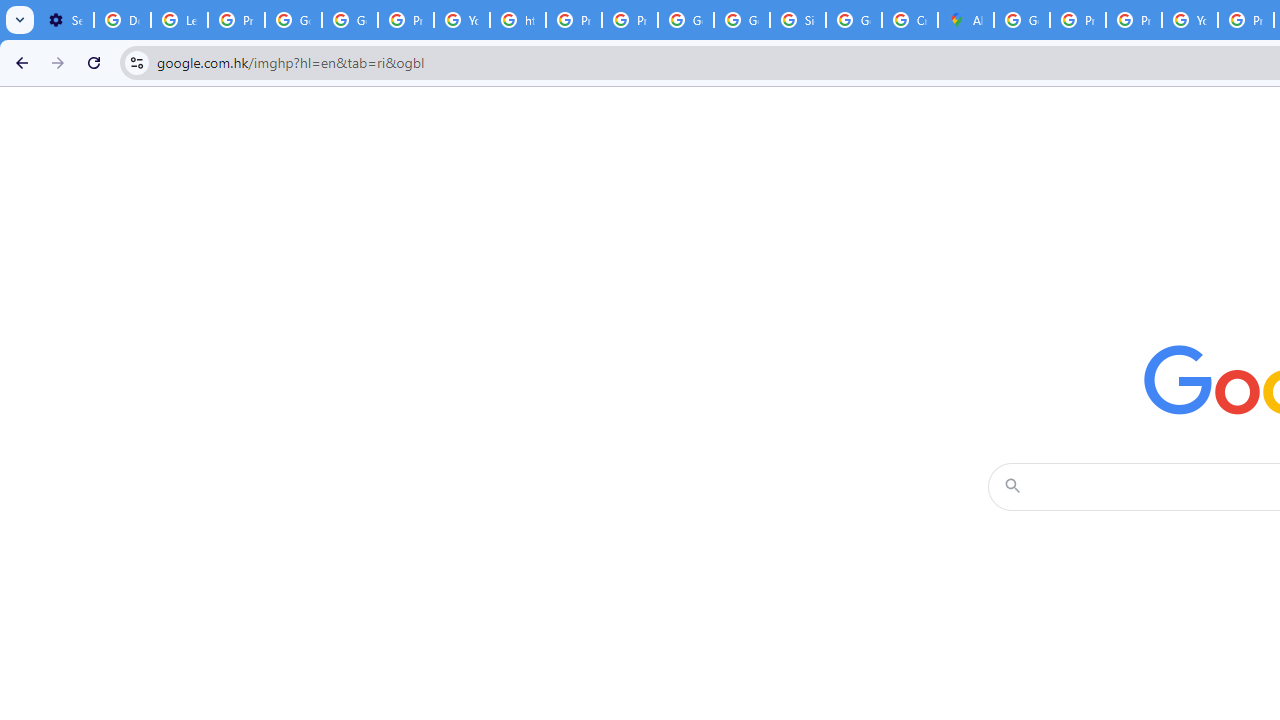 This screenshot has height=720, width=1280. I want to click on 'Create your Google Account', so click(909, 20).